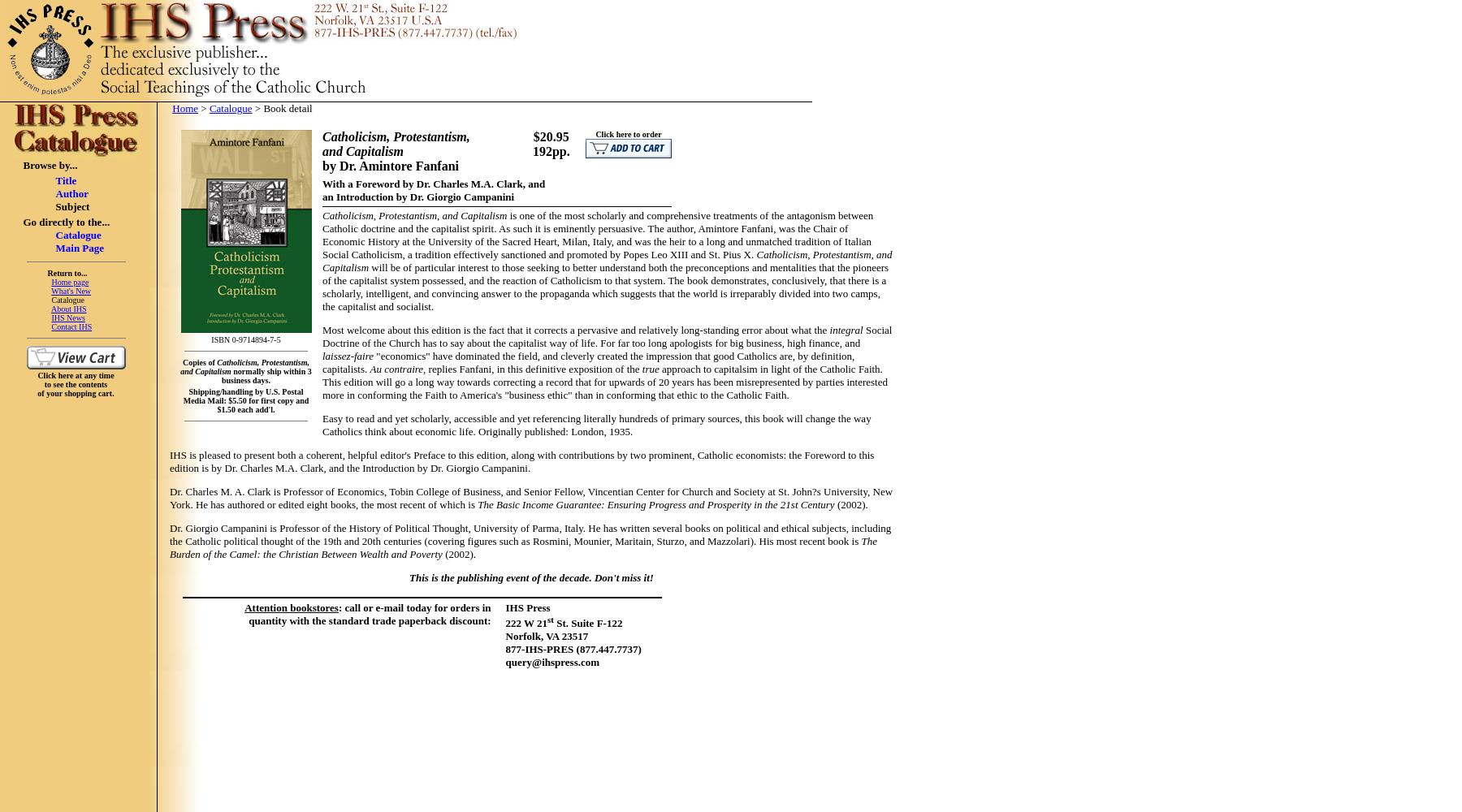 Image resolution: width=1462 pixels, height=812 pixels. Describe the element at coordinates (530, 577) in the screenshot. I see `'This is the publishing event of the decade. Don't miss it!'` at that location.